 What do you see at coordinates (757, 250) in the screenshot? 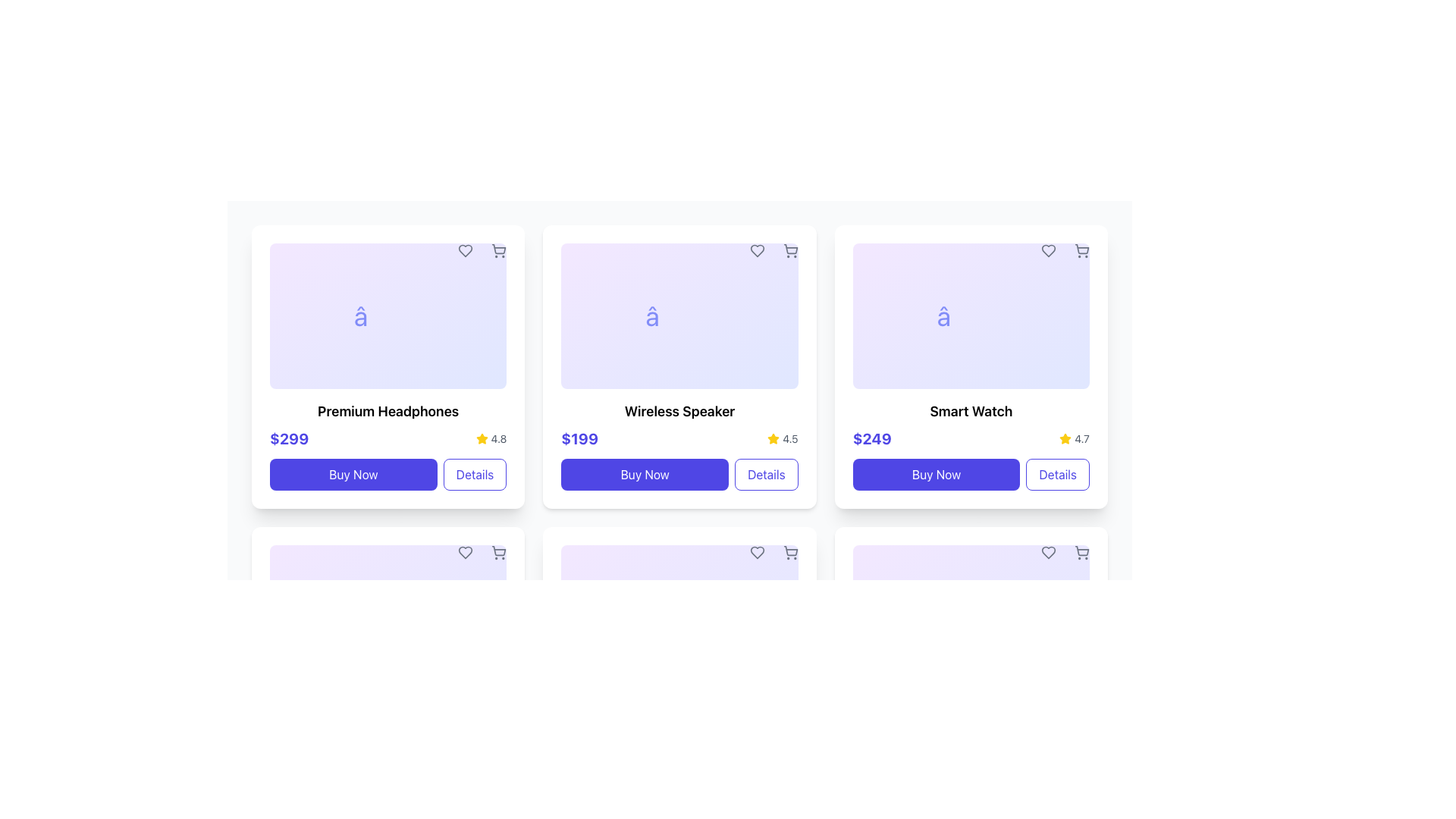
I see `the heart-shaped icon in the upper-right corner of the 'Wireless Speaker' product card` at bounding box center [757, 250].